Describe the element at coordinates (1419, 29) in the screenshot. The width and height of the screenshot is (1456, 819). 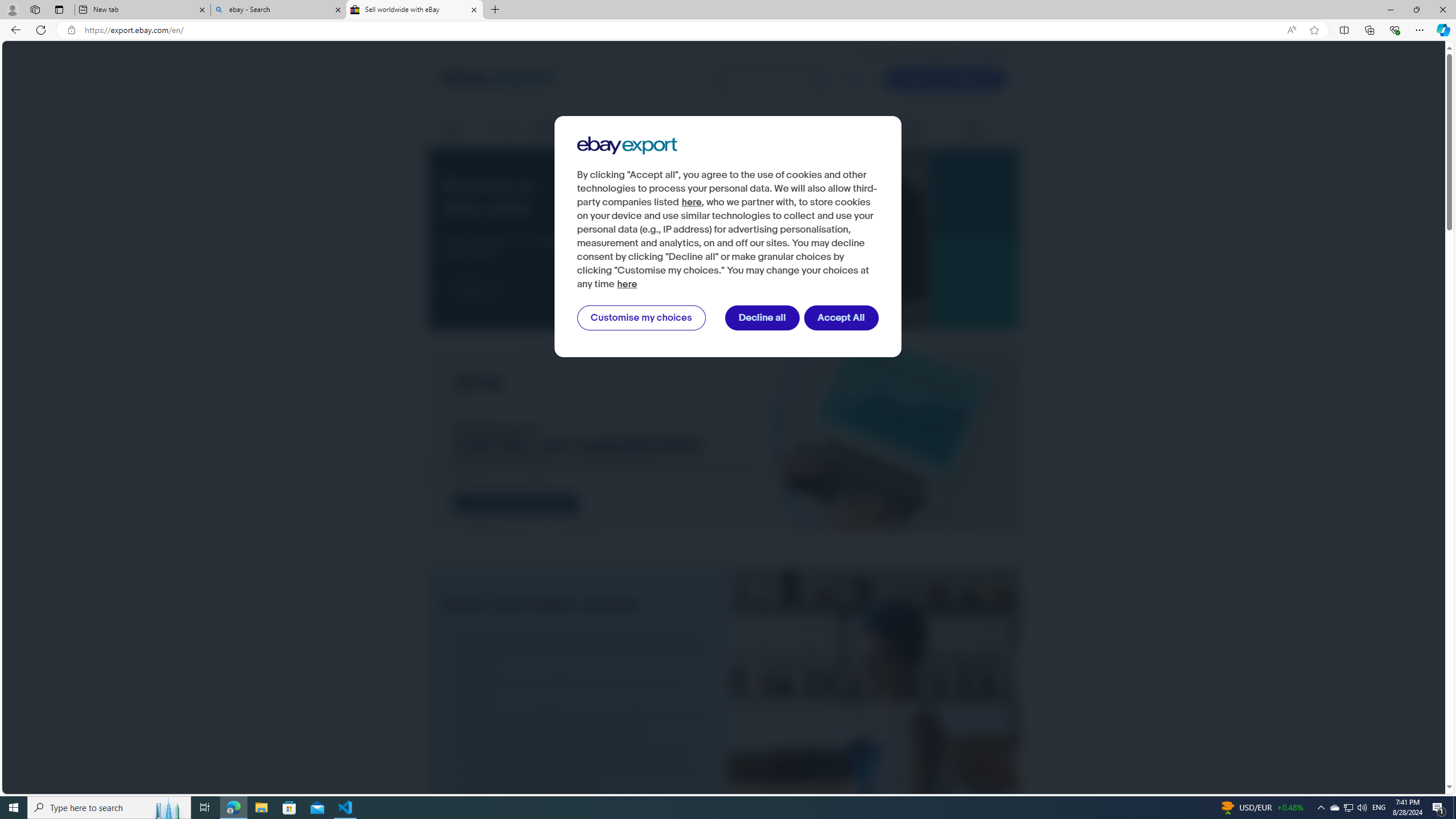
I see `'Settings and more (Alt+F)'` at that location.